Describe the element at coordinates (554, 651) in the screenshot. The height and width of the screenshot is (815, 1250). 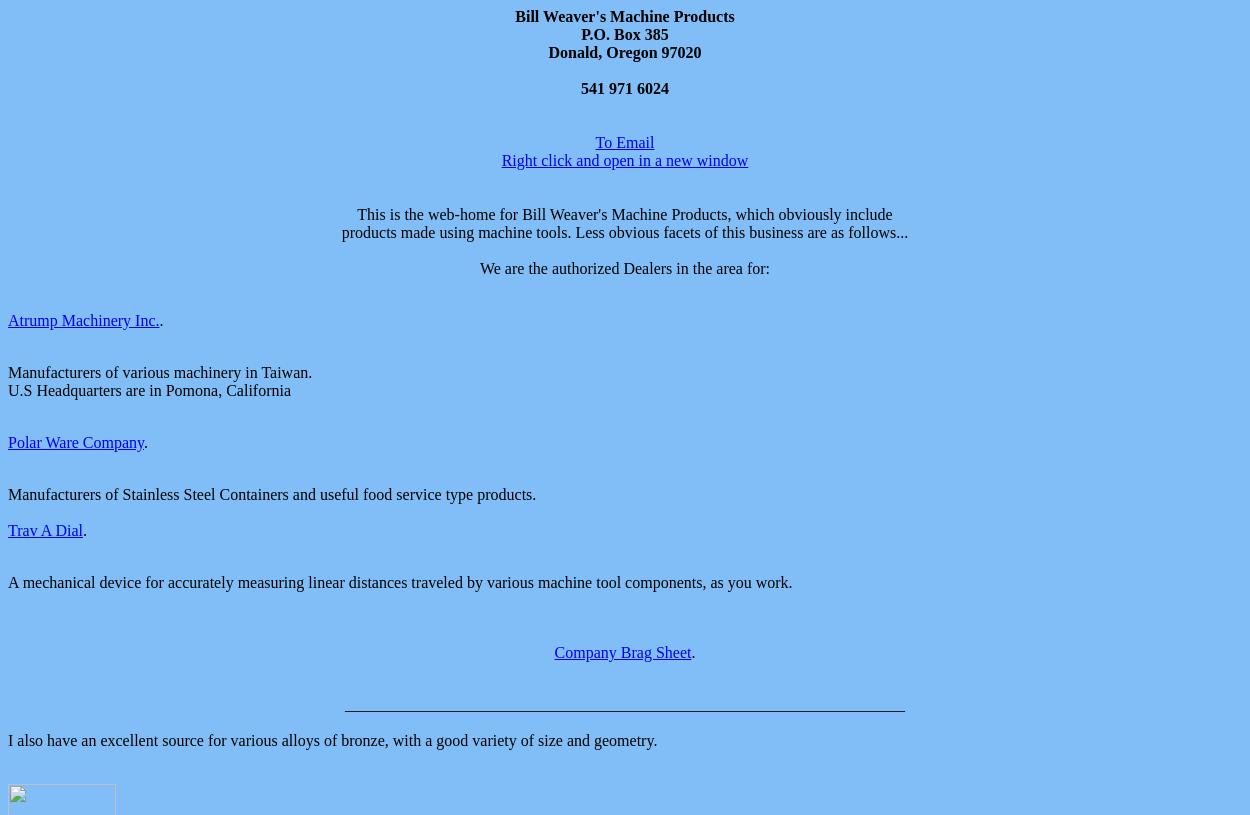
I see `'Company Brag Sheet'` at that location.